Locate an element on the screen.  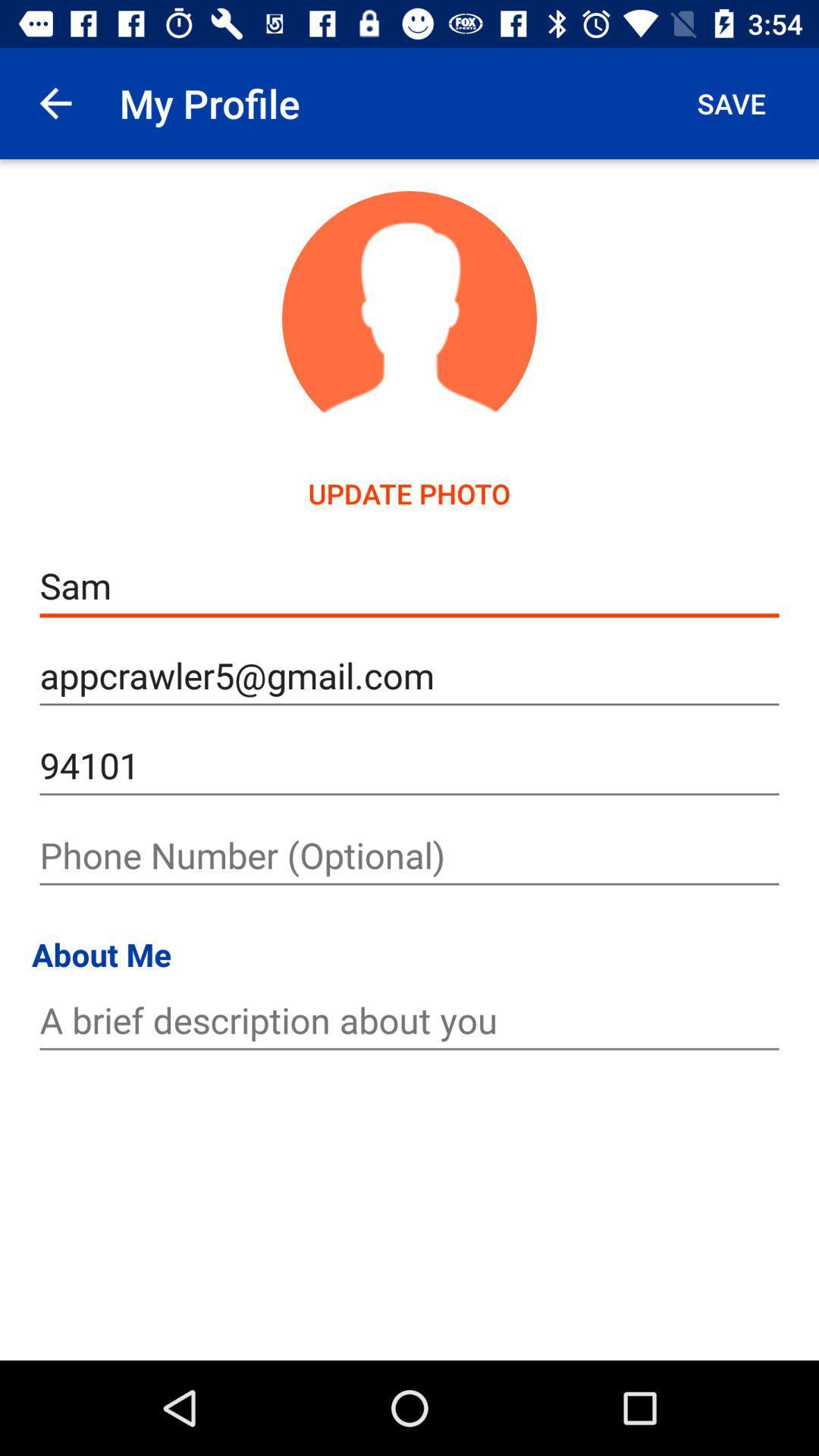
icon above the sam icon is located at coordinates (55, 102).